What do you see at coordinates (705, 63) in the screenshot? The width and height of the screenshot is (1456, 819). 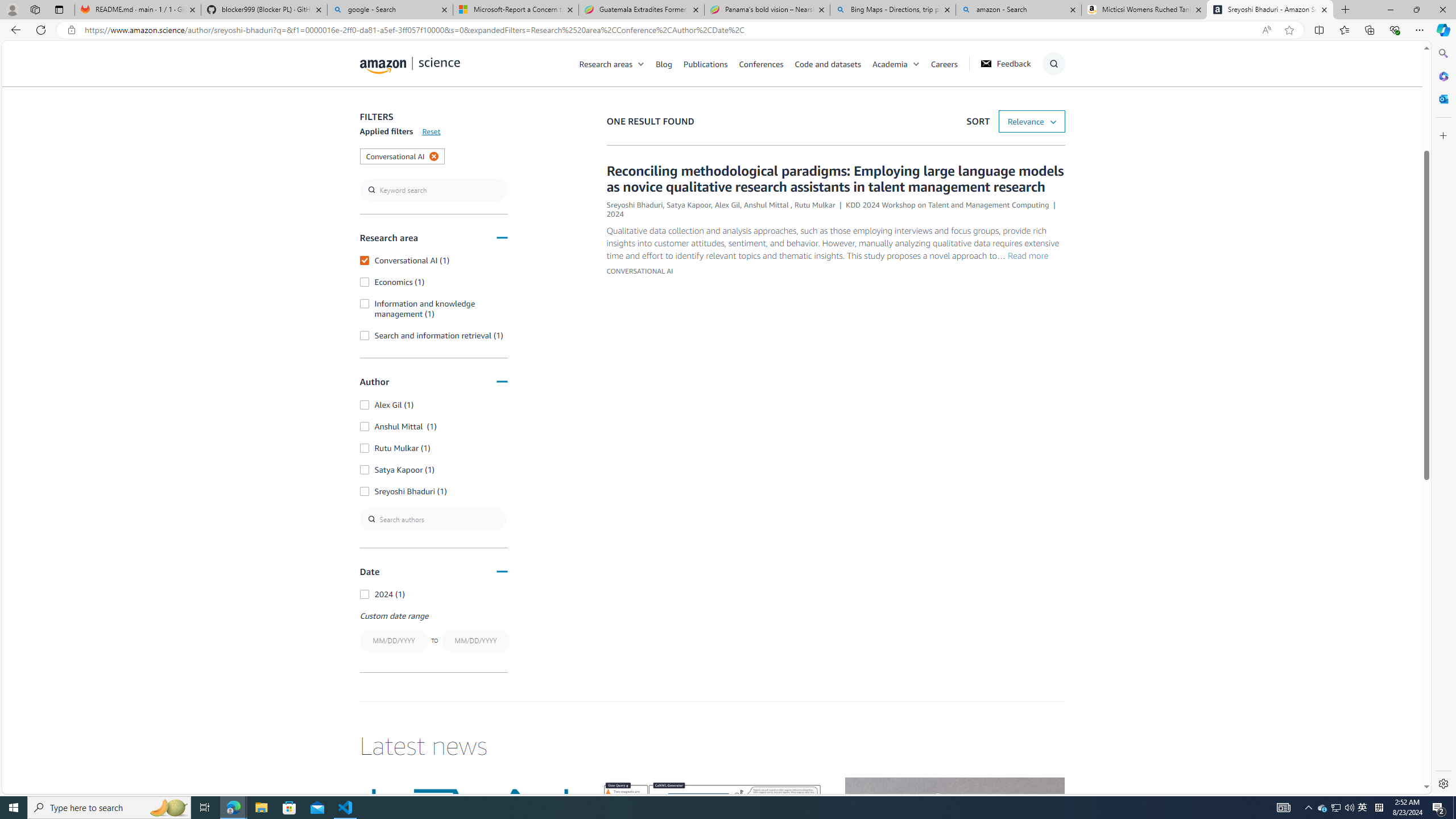 I see `'Publications'` at bounding box center [705, 63].